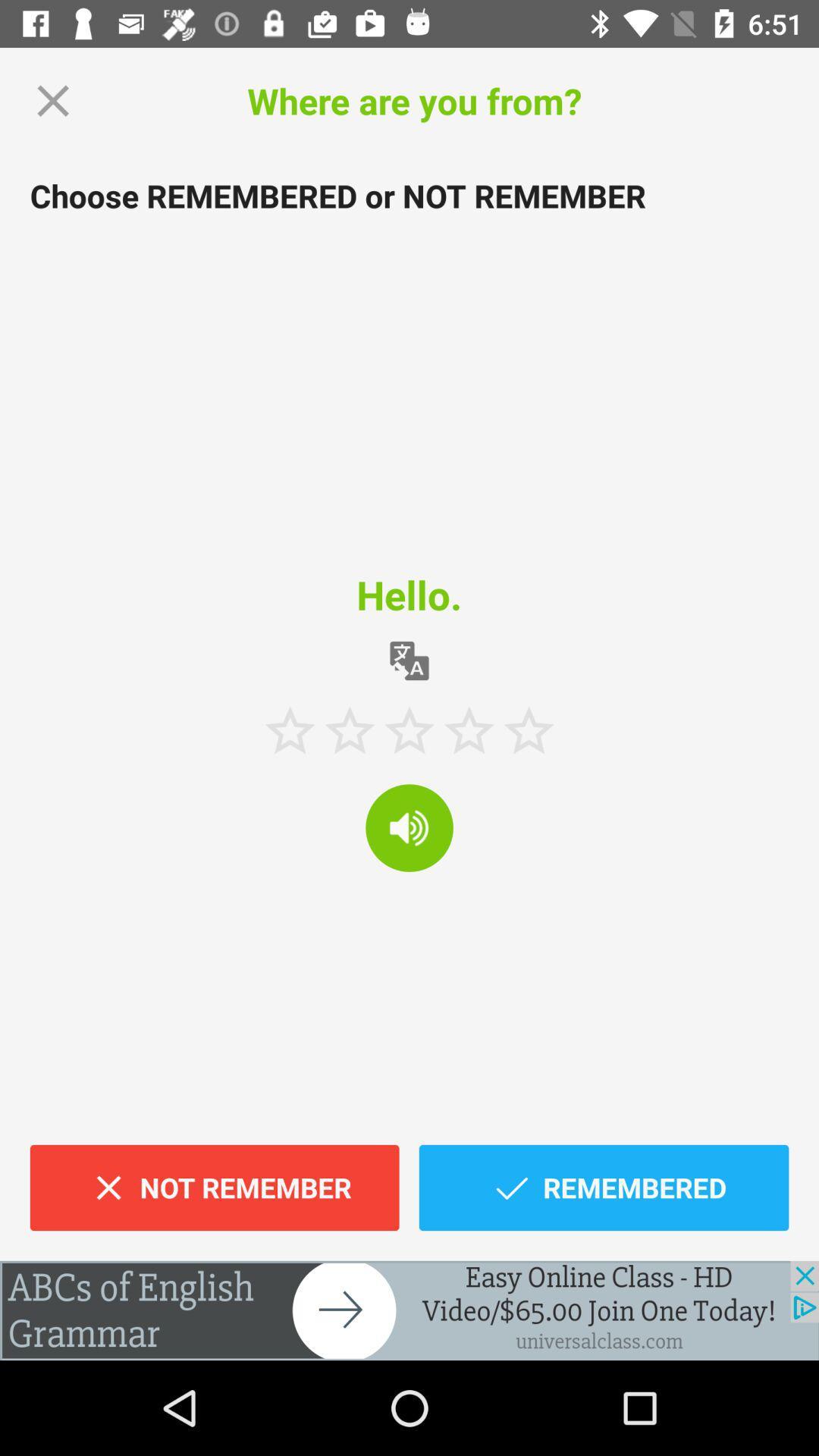  I want to click on advertisement, so click(409, 1310).